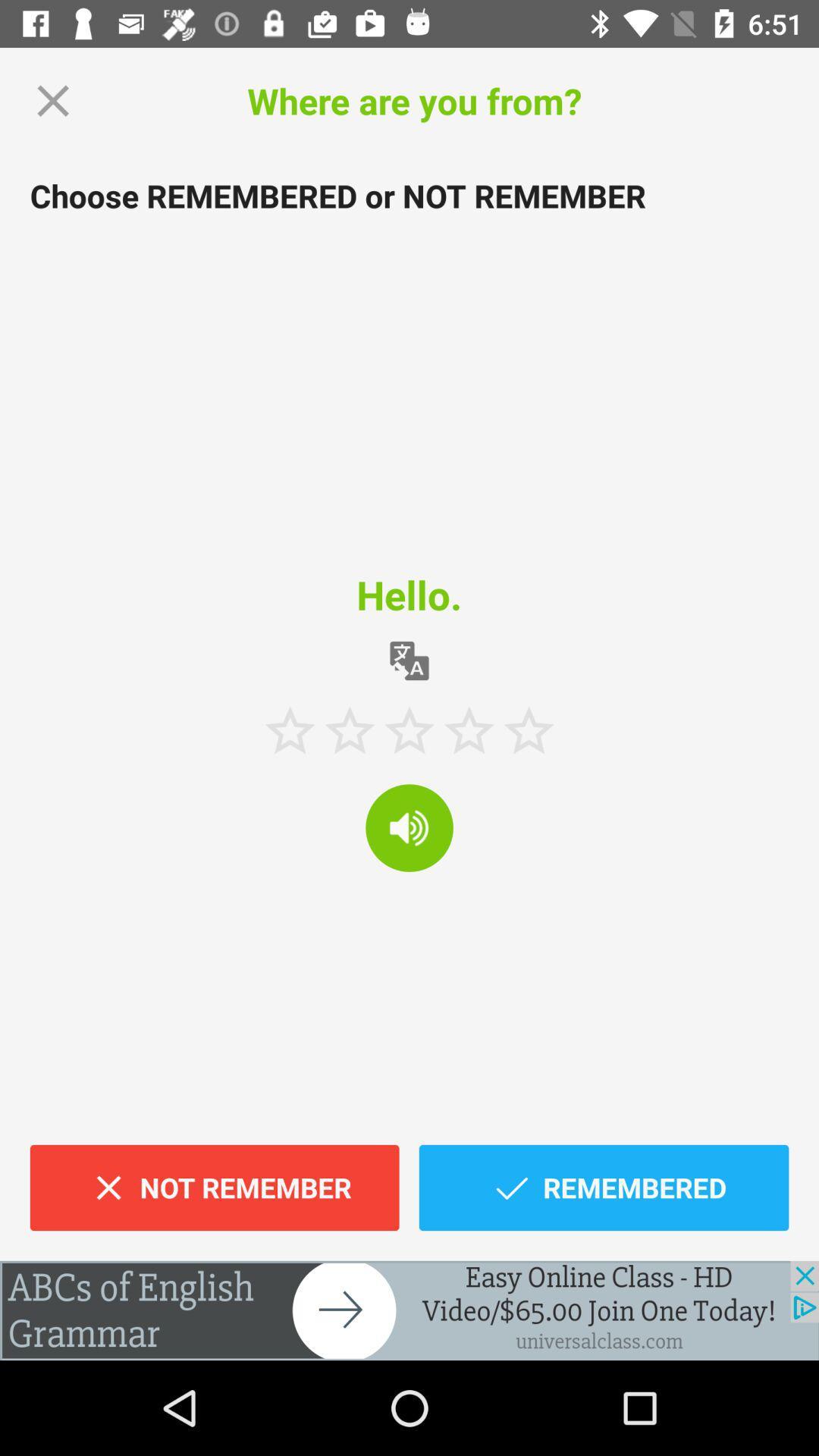  I want to click on advertisement, so click(409, 1310).